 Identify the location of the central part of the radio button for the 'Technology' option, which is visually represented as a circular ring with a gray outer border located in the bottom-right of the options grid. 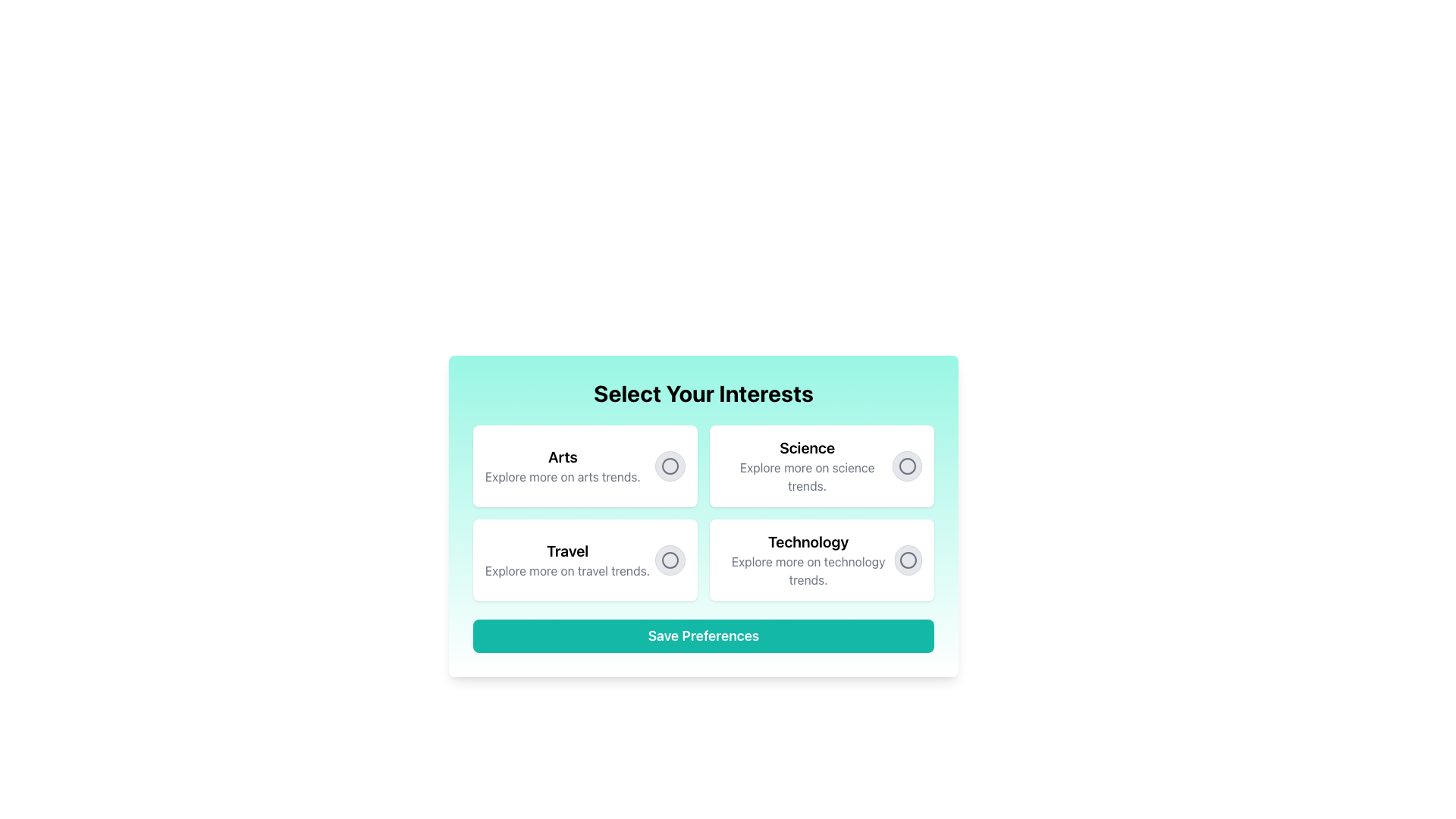
(908, 560).